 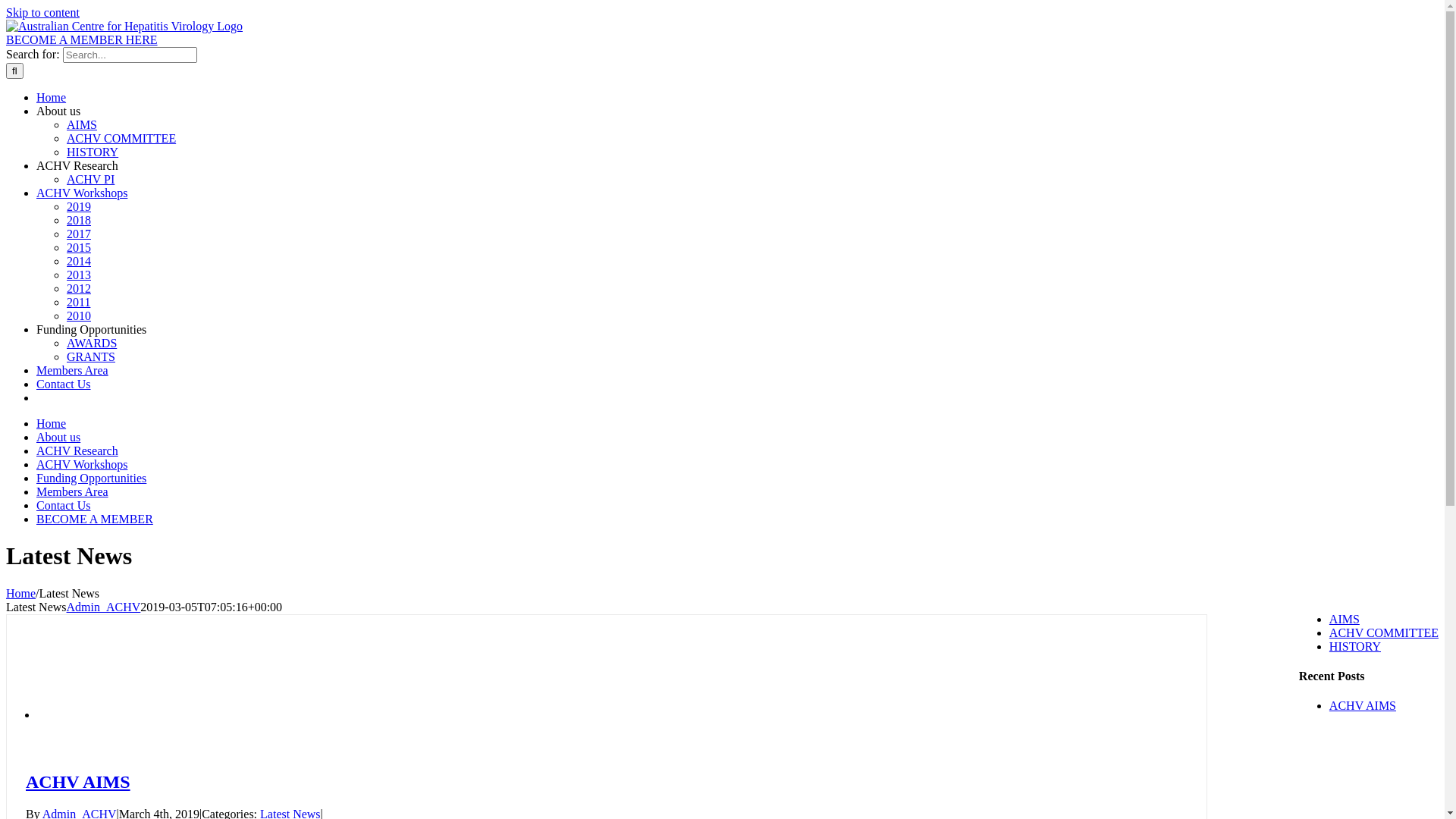 What do you see at coordinates (65, 315) in the screenshot?
I see `'2010'` at bounding box center [65, 315].